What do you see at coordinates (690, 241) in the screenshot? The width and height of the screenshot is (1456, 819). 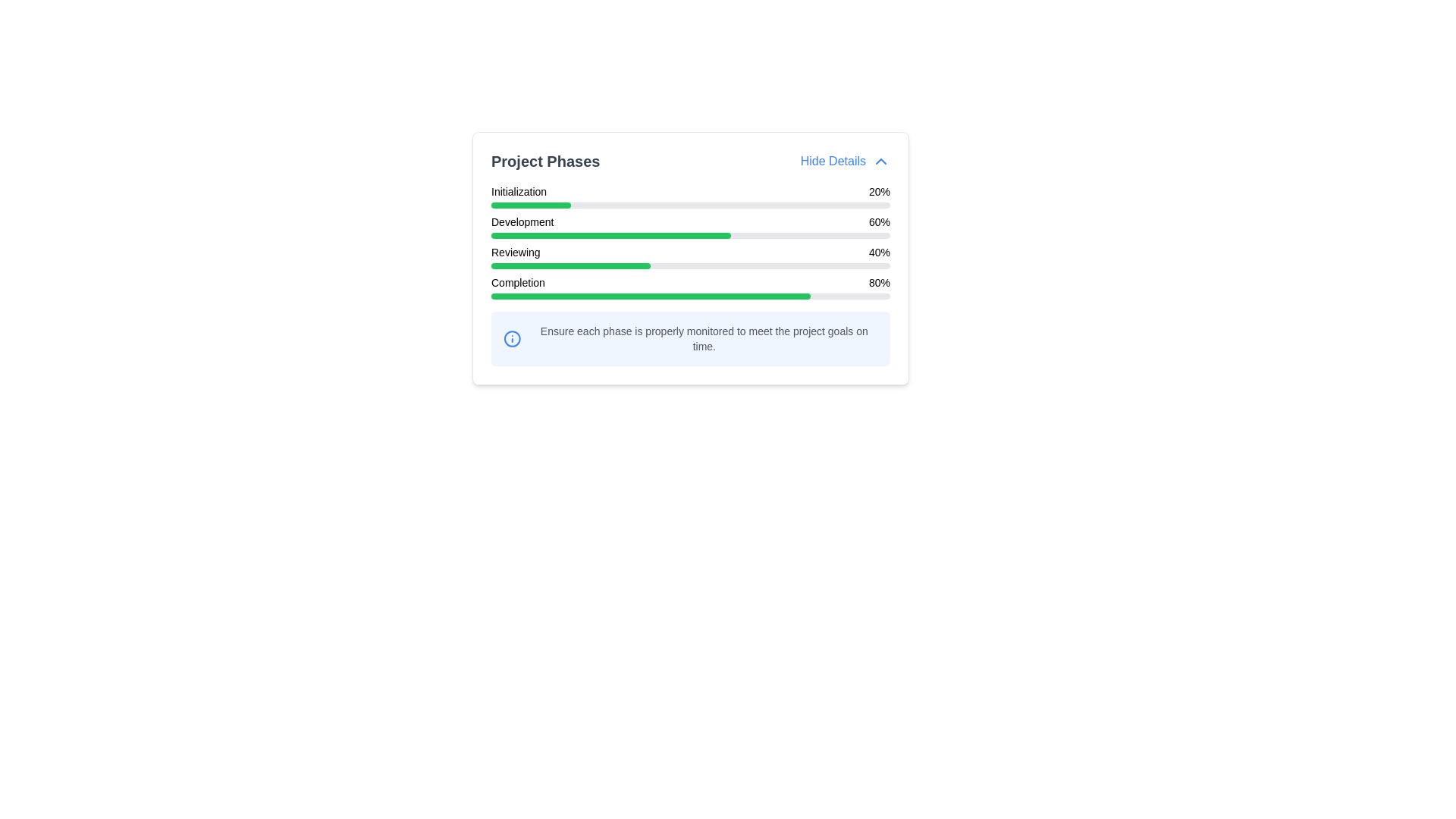 I see `the second progress bar in the vertical list of labeled progress bars under the 'Project Phases' header` at bounding box center [690, 241].